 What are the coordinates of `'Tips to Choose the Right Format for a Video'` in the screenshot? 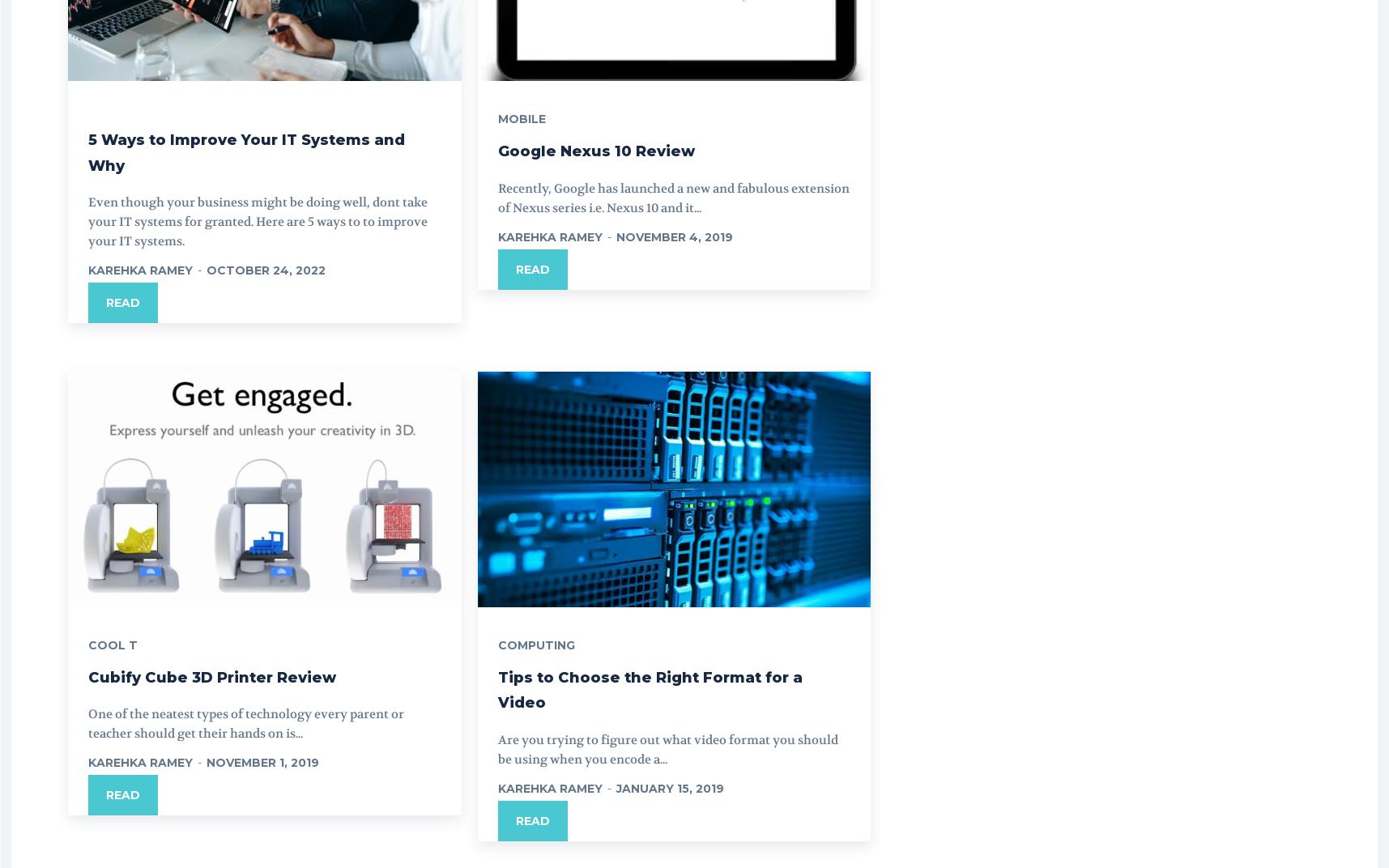 It's located at (667, 687).